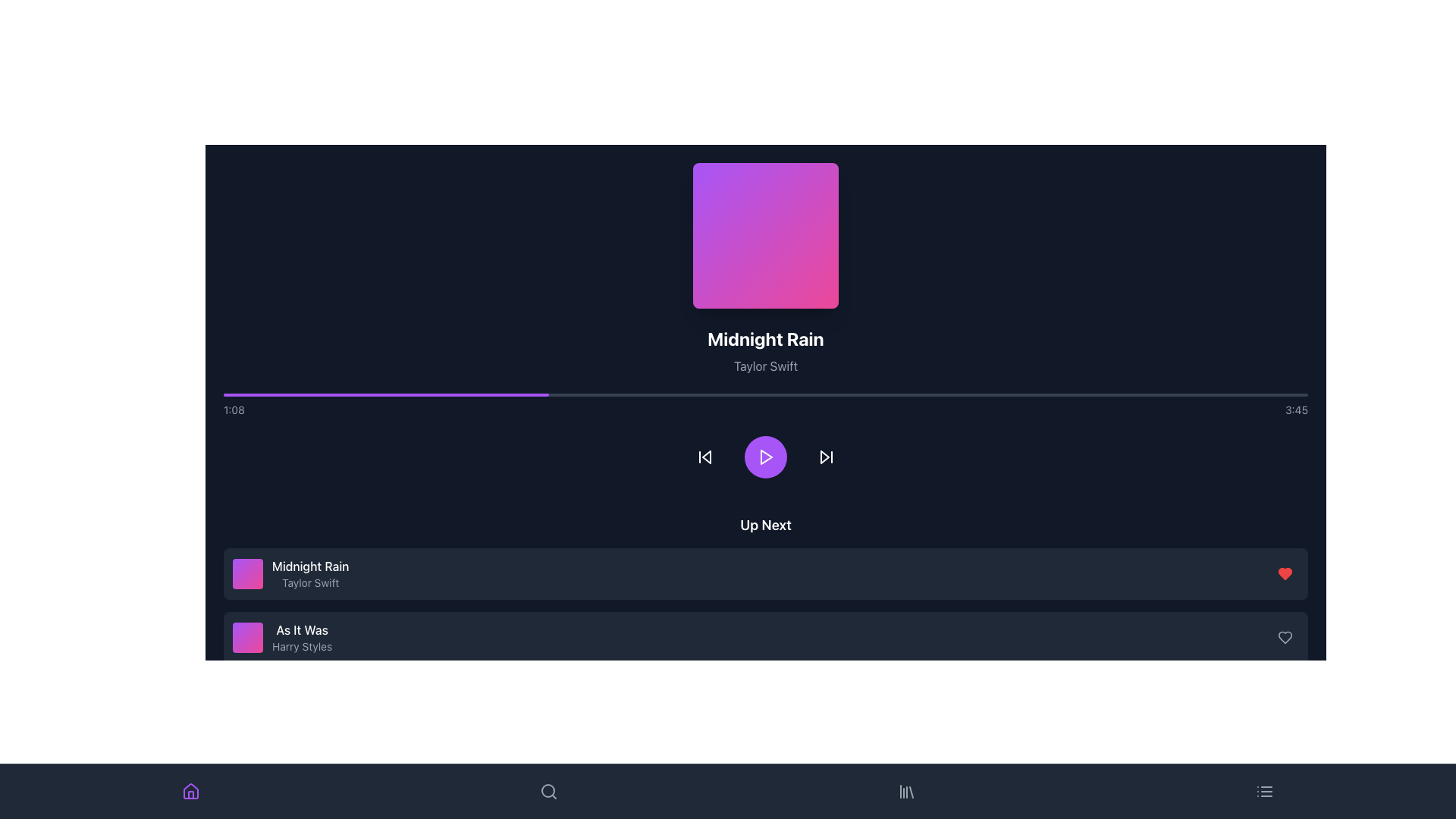 This screenshot has width=1456, height=819. Describe the element at coordinates (705, 456) in the screenshot. I see `the first icon in the group of media control buttons located near the bottom center of the interface` at that location.